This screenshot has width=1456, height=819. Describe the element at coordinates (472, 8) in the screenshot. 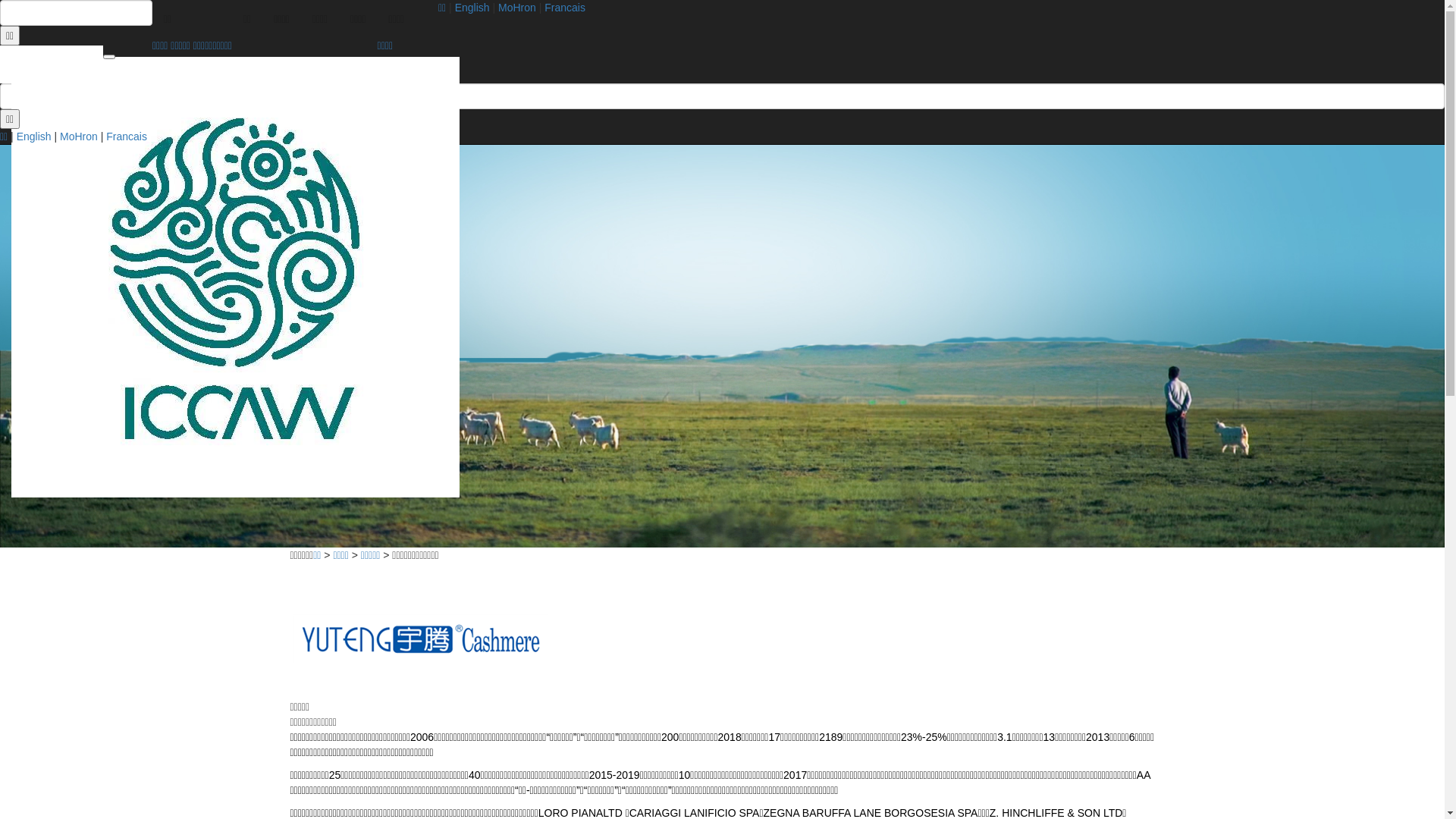

I see `'English'` at that location.